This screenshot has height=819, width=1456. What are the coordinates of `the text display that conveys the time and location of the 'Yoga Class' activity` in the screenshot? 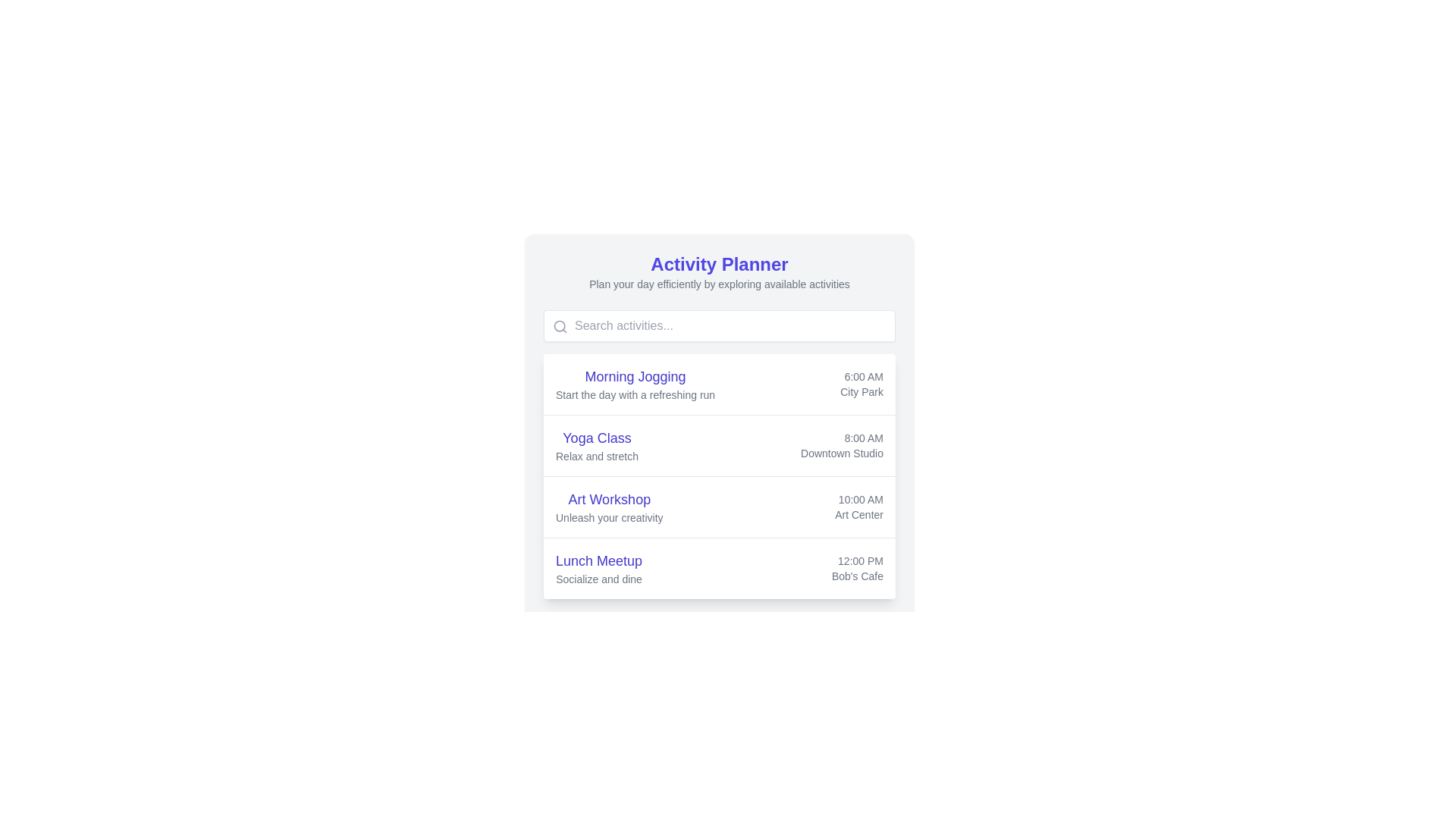 It's located at (841, 444).